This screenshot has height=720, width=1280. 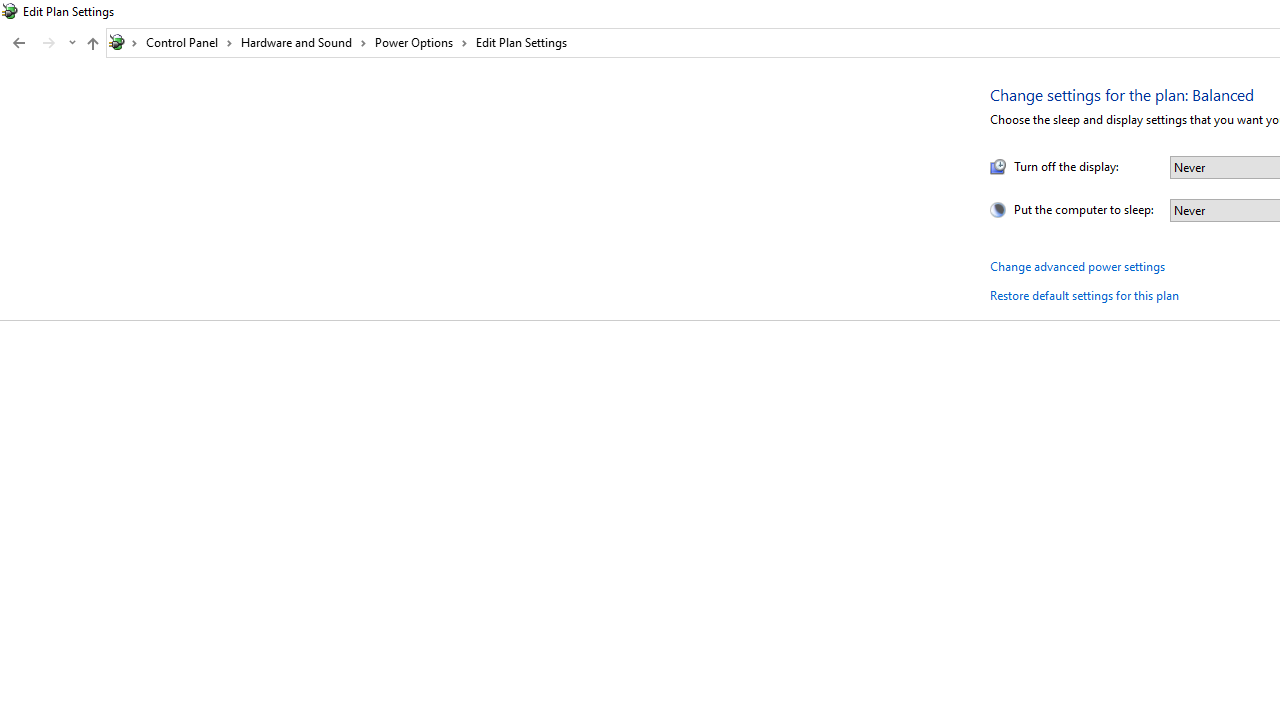 I want to click on 'Forward (Alt + Right Arrow)', so click(x=49, y=43).